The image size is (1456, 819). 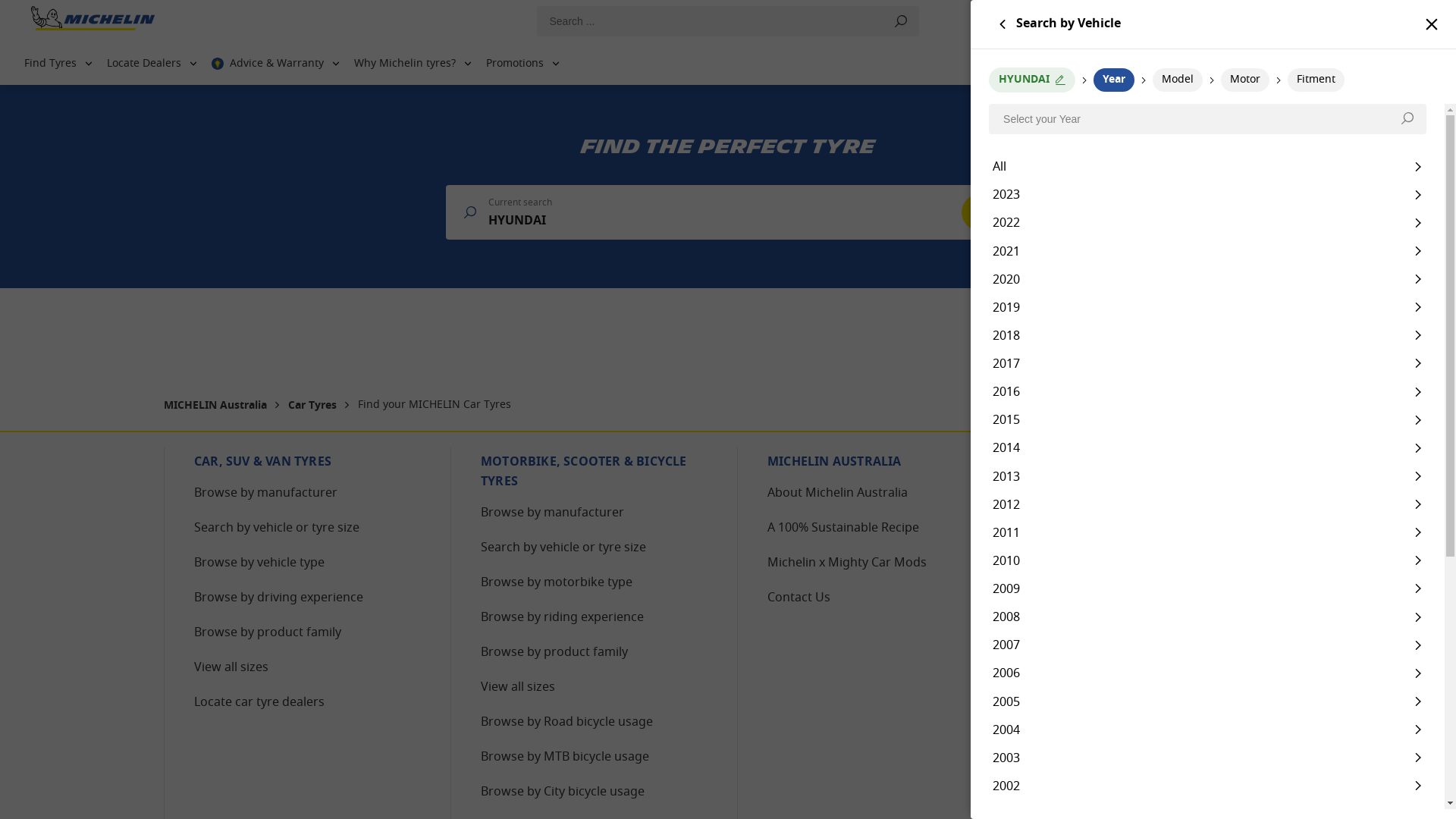 I want to click on '2008', so click(x=1207, y=617).